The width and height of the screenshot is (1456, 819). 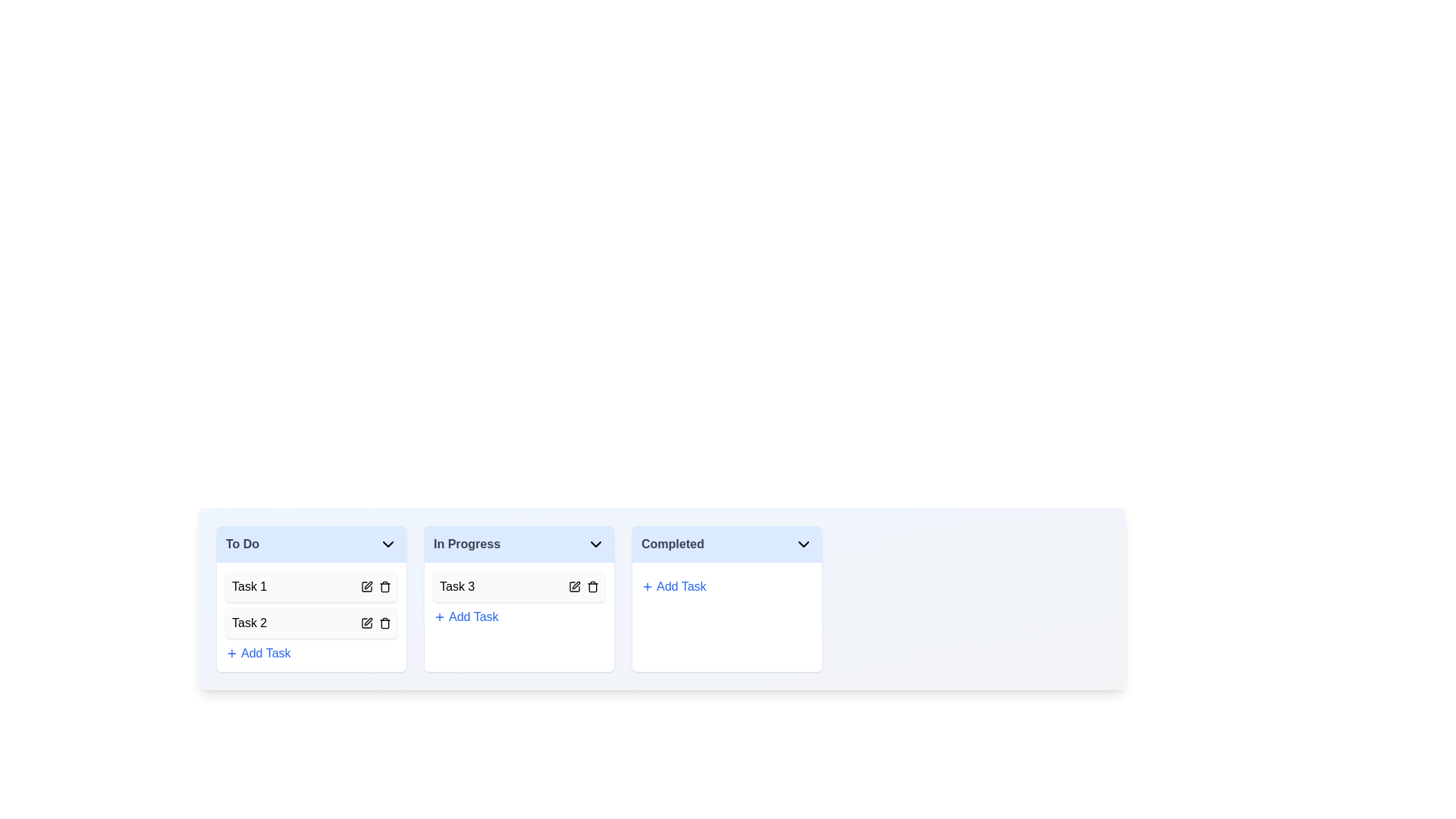 I want to click on the task identified by Task 2 from the board, so click(x=385, y=623).